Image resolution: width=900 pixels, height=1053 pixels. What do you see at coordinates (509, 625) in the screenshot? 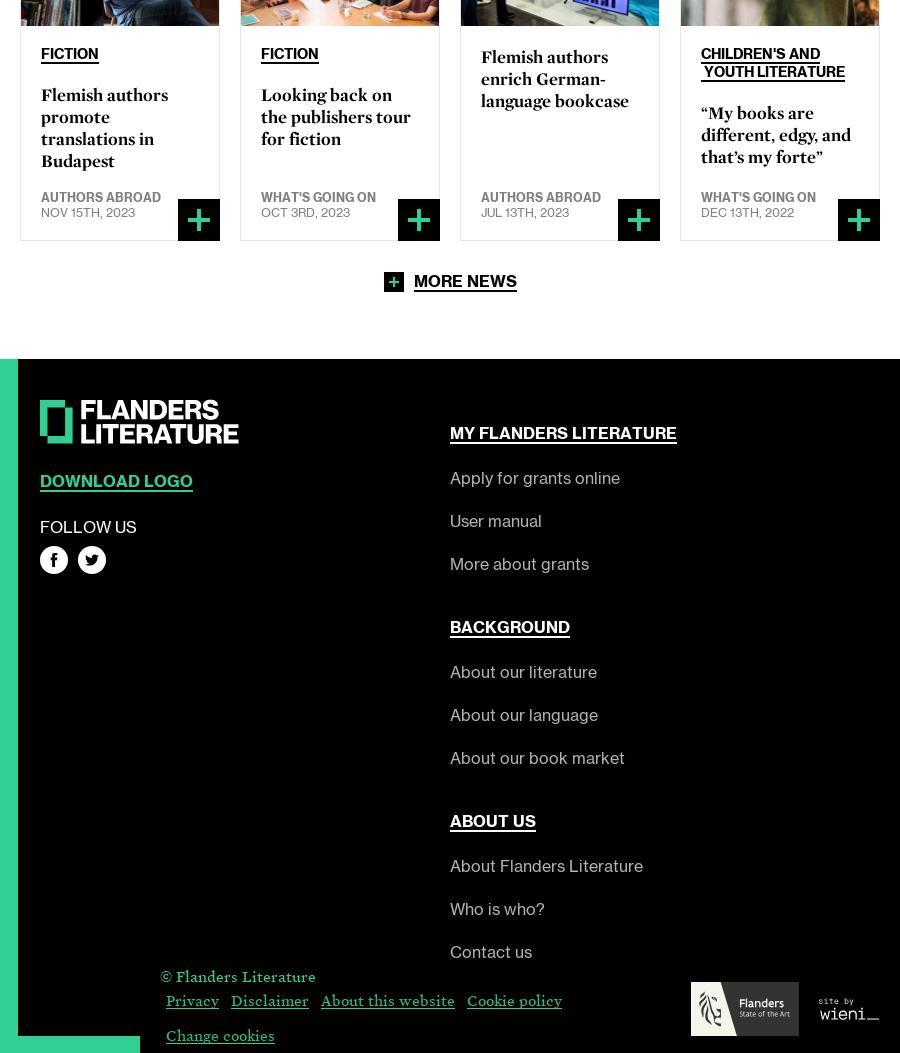
I see `'Background'` at bounding box center [509, 625].